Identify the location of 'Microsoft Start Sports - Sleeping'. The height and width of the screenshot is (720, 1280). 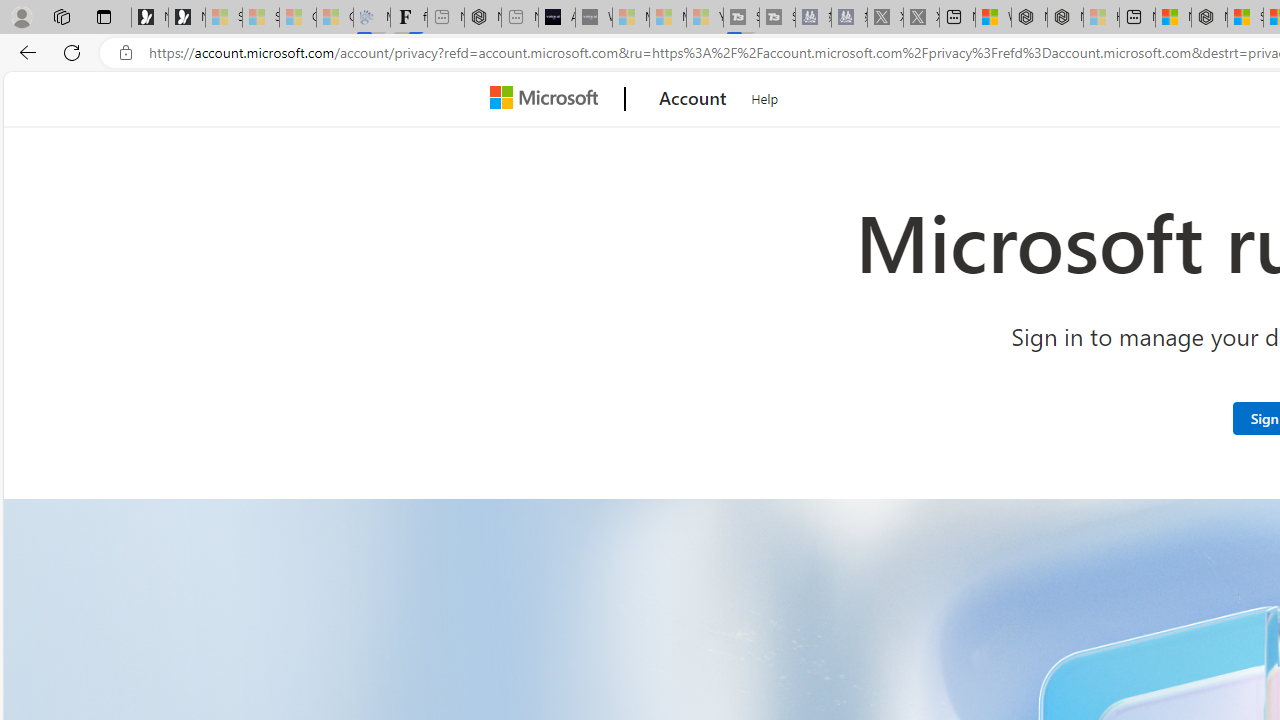
(630, 17).